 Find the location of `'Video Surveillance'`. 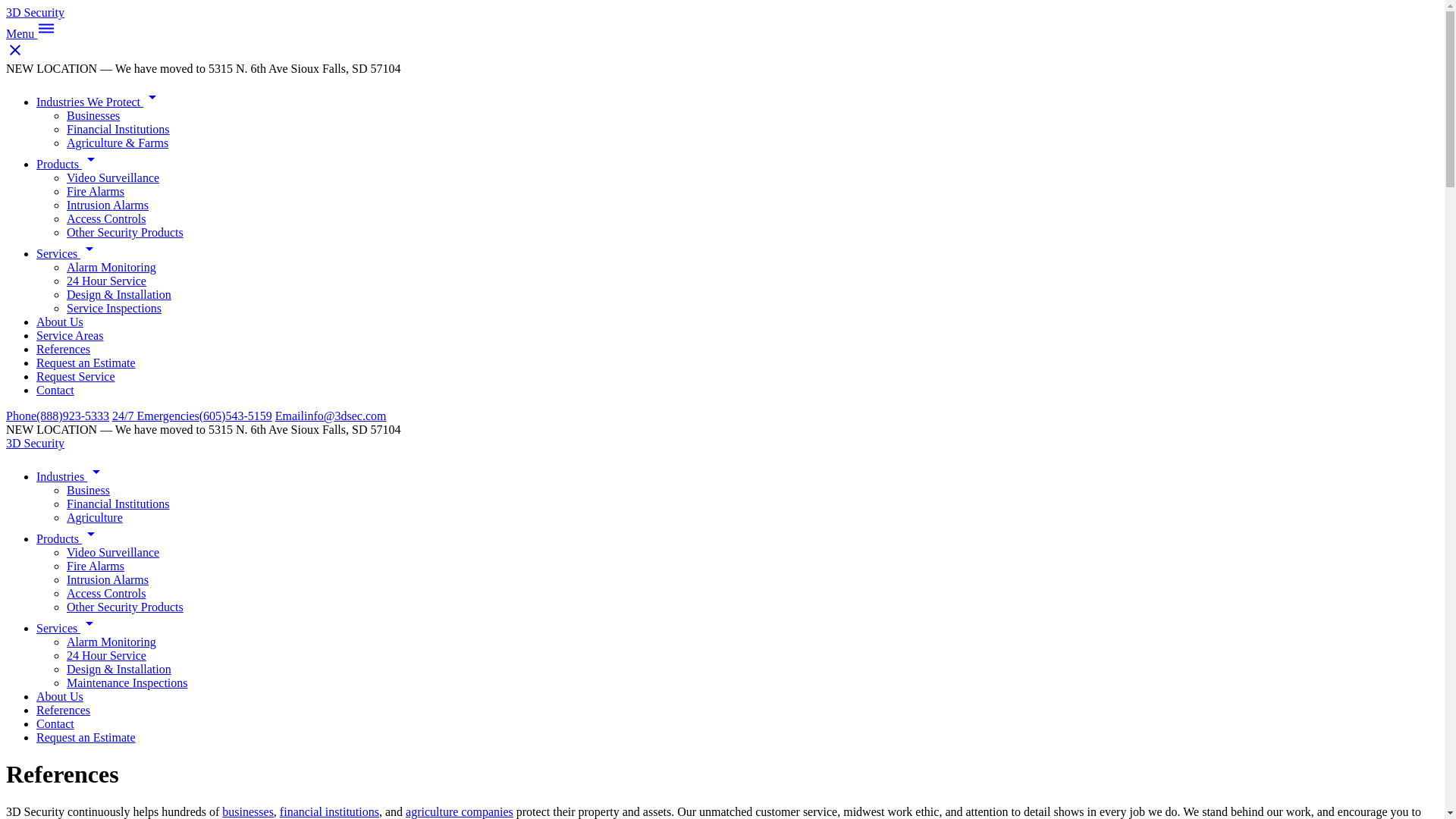

'Video Surveillance' is located at coordinates (111, 552).